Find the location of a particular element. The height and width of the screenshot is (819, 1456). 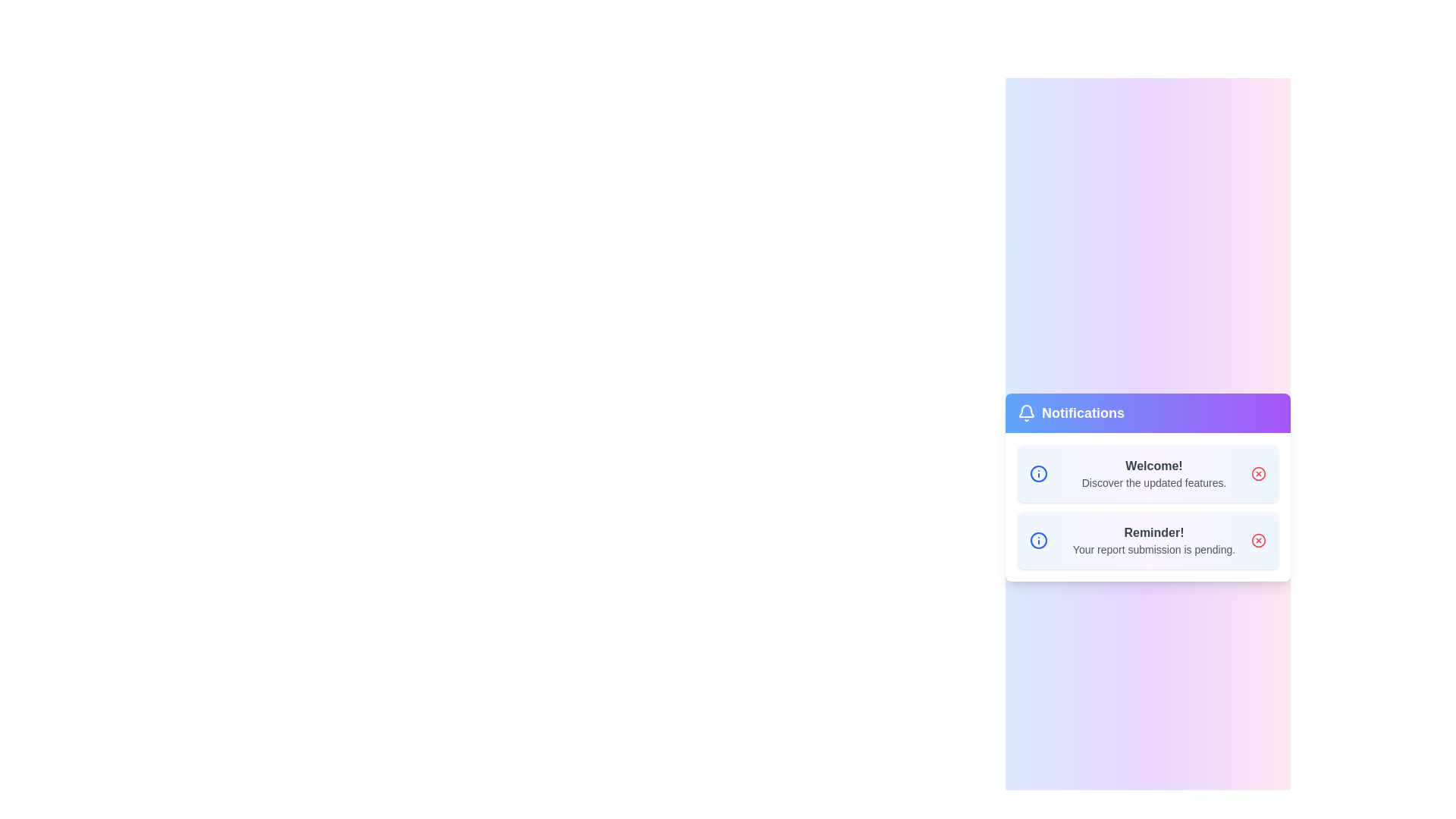

textual information displayed in the light gray font that says 'Your report submission is pending.' located directly beneath the bold headline 'Reminder!' in the notification card is located at coordinates (1153, 550).